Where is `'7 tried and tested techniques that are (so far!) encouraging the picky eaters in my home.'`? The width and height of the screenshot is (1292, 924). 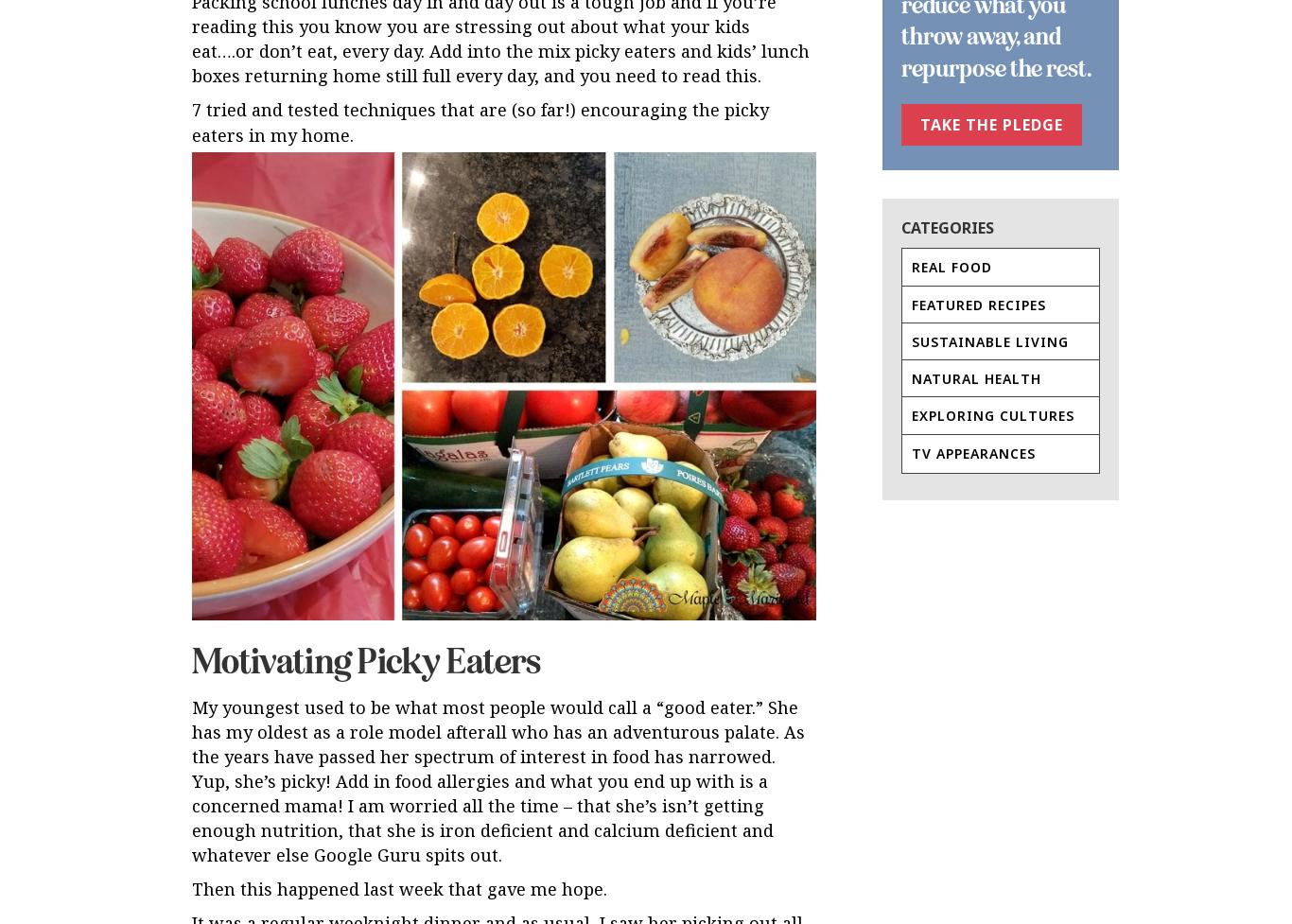 '7 tried and tested techniques that are (so far!) encouraging the picky eaters in my home.' is located at coordinates (190, 121).